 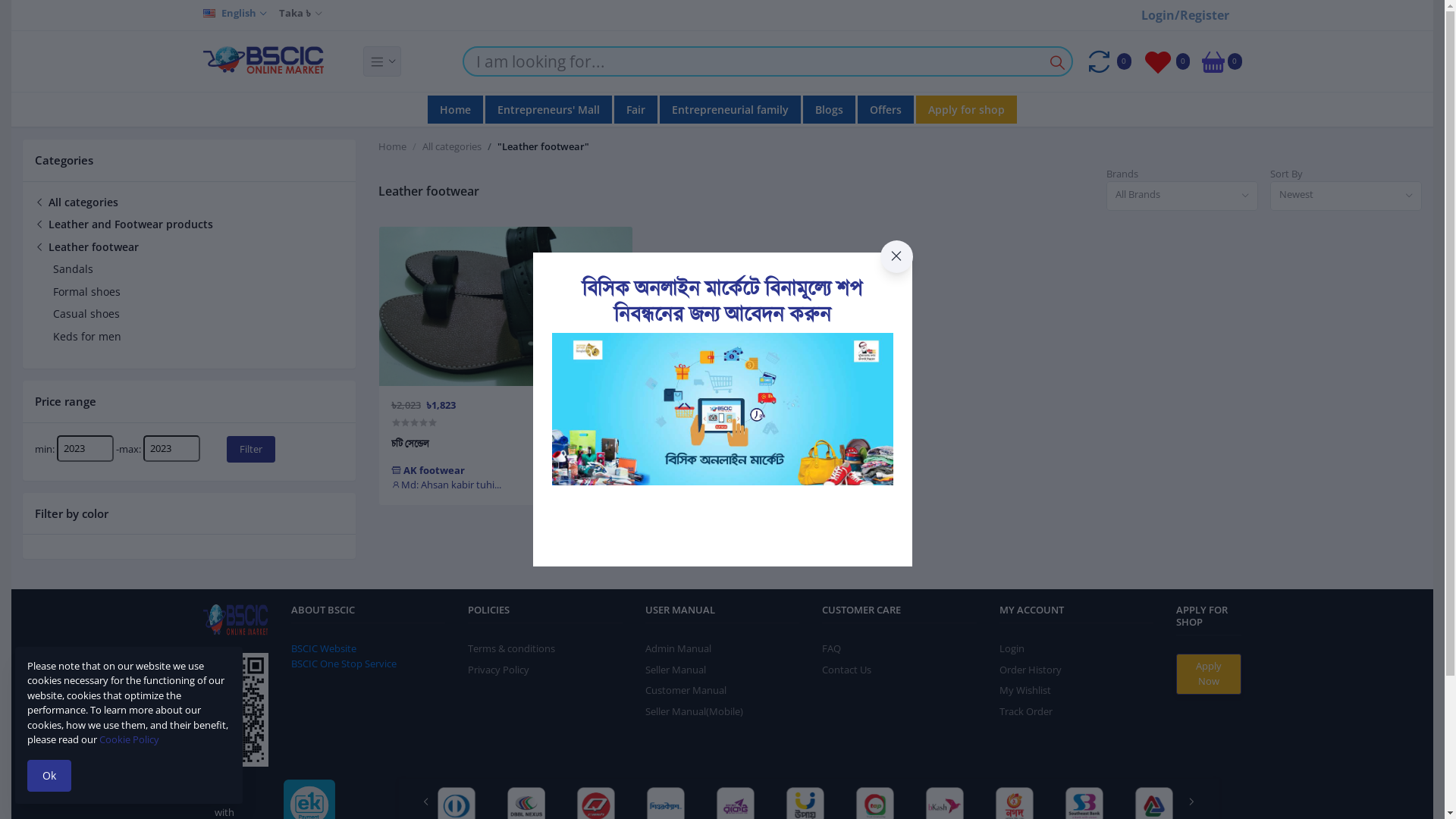 What do you see at coordinates (1025, 690) in the screenshot?
I see `'My Wishlist'` at bounding box center [1025, 690].